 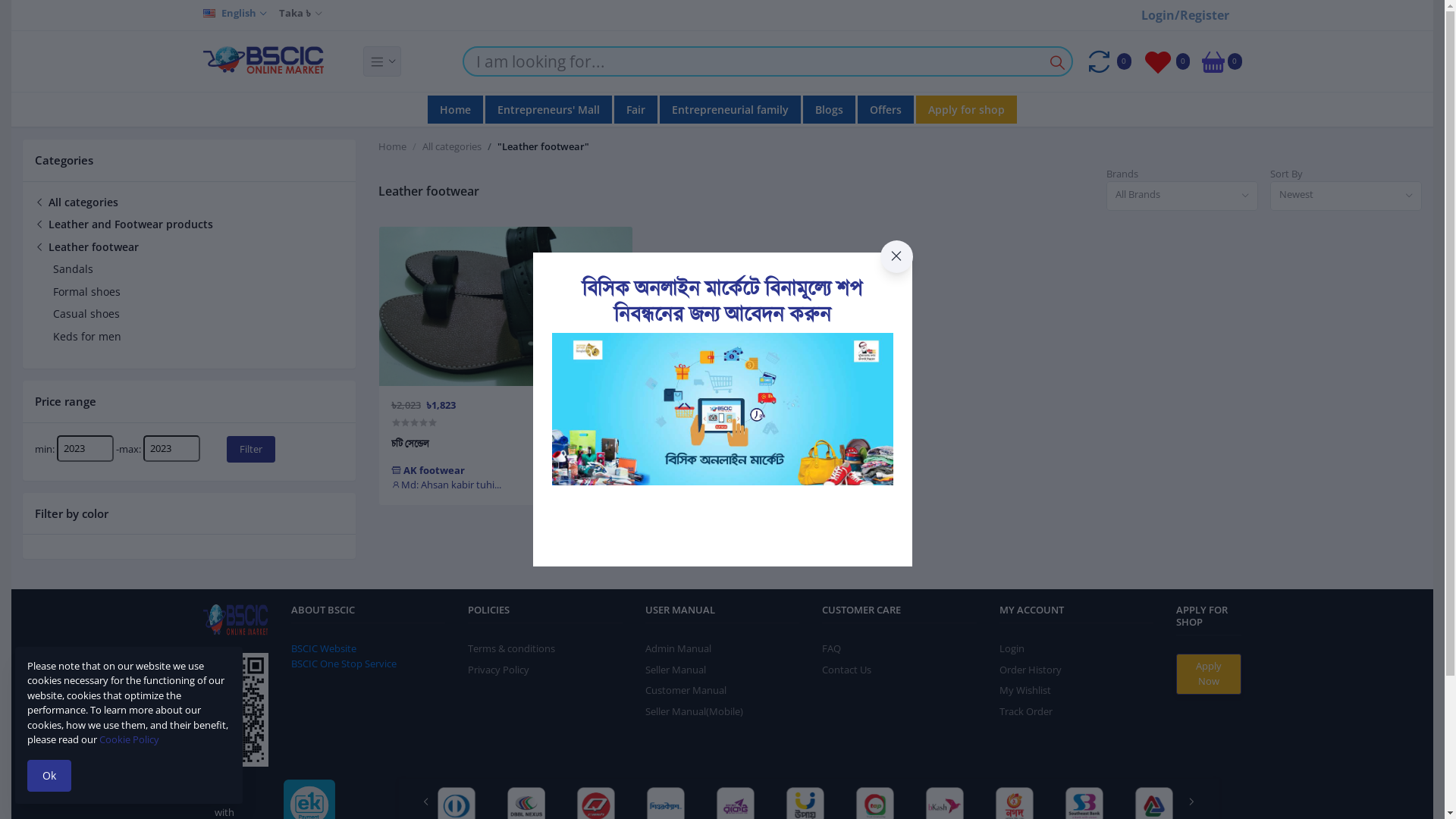 What do you see at coordinates (1025, 690) in the screenshot?
I see `'My Wishlist'` at bounding box center [1025, 690].